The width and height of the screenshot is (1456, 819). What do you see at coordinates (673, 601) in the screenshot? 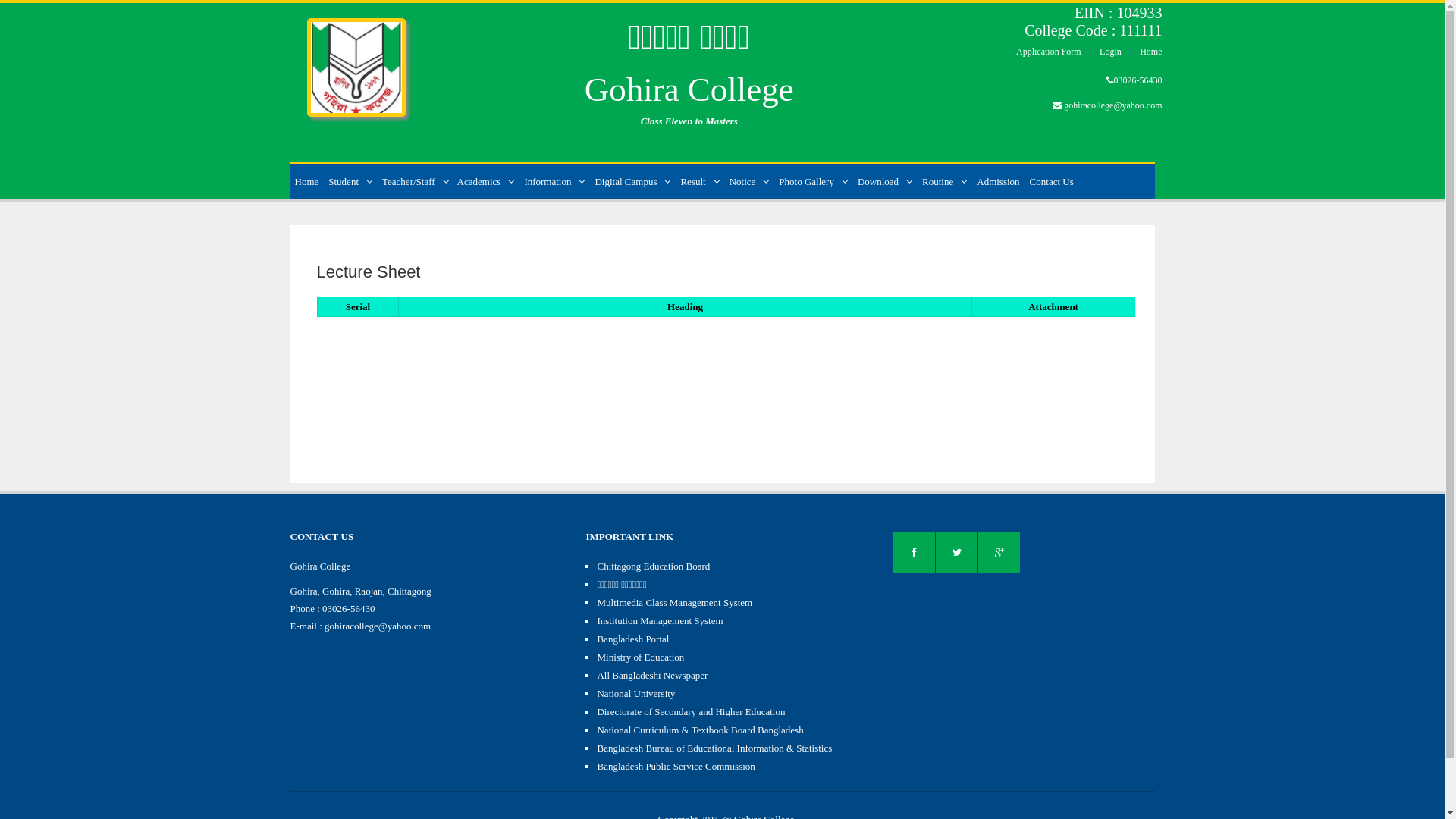
I see `'Multimedia Class Management System'` at bounding box center [673, 601].